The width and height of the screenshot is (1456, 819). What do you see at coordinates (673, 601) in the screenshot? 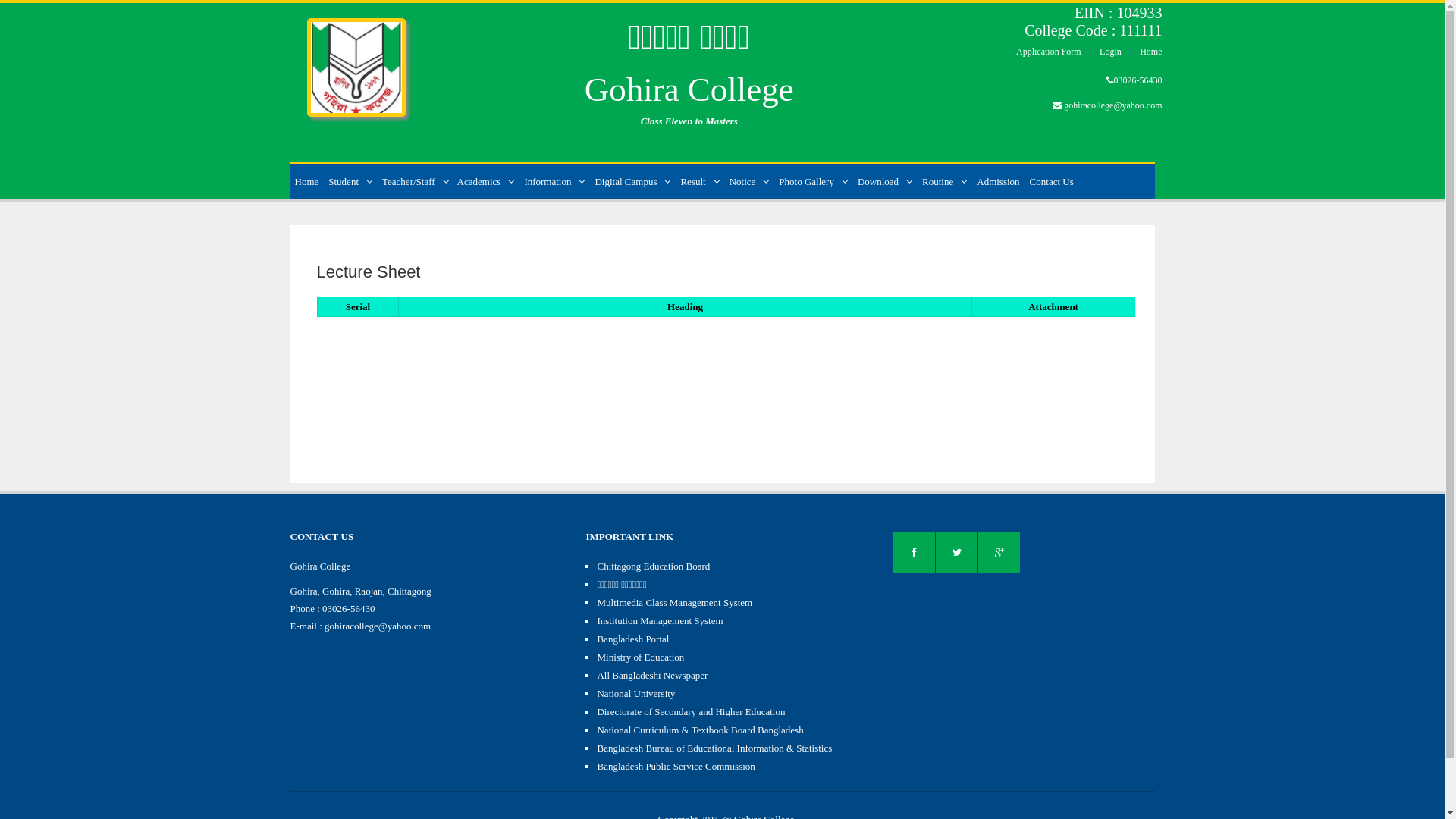
I see `'Multimedia Class Management System'` at bounding box center [673, 601].